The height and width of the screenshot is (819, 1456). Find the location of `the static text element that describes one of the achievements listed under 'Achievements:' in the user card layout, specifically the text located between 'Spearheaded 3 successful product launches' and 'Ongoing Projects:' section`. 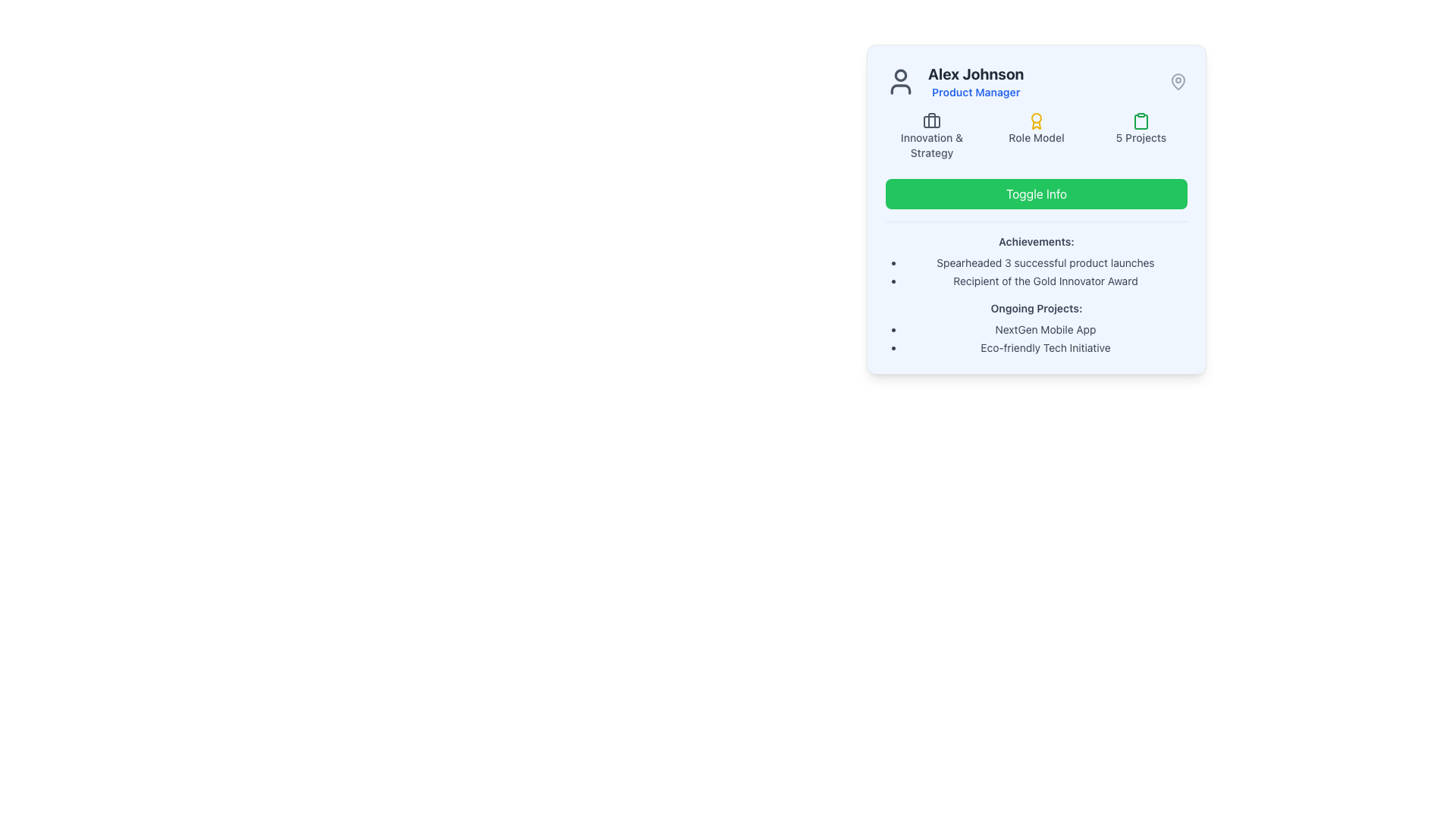

the static text element that describes one of the achievements listed under 'Achievements:' in the user card layout, specifically the text located between 'Spearheaded 3 successful product launches' and 'Ongoing Projects:' section is located at coordinates (1044, 281).